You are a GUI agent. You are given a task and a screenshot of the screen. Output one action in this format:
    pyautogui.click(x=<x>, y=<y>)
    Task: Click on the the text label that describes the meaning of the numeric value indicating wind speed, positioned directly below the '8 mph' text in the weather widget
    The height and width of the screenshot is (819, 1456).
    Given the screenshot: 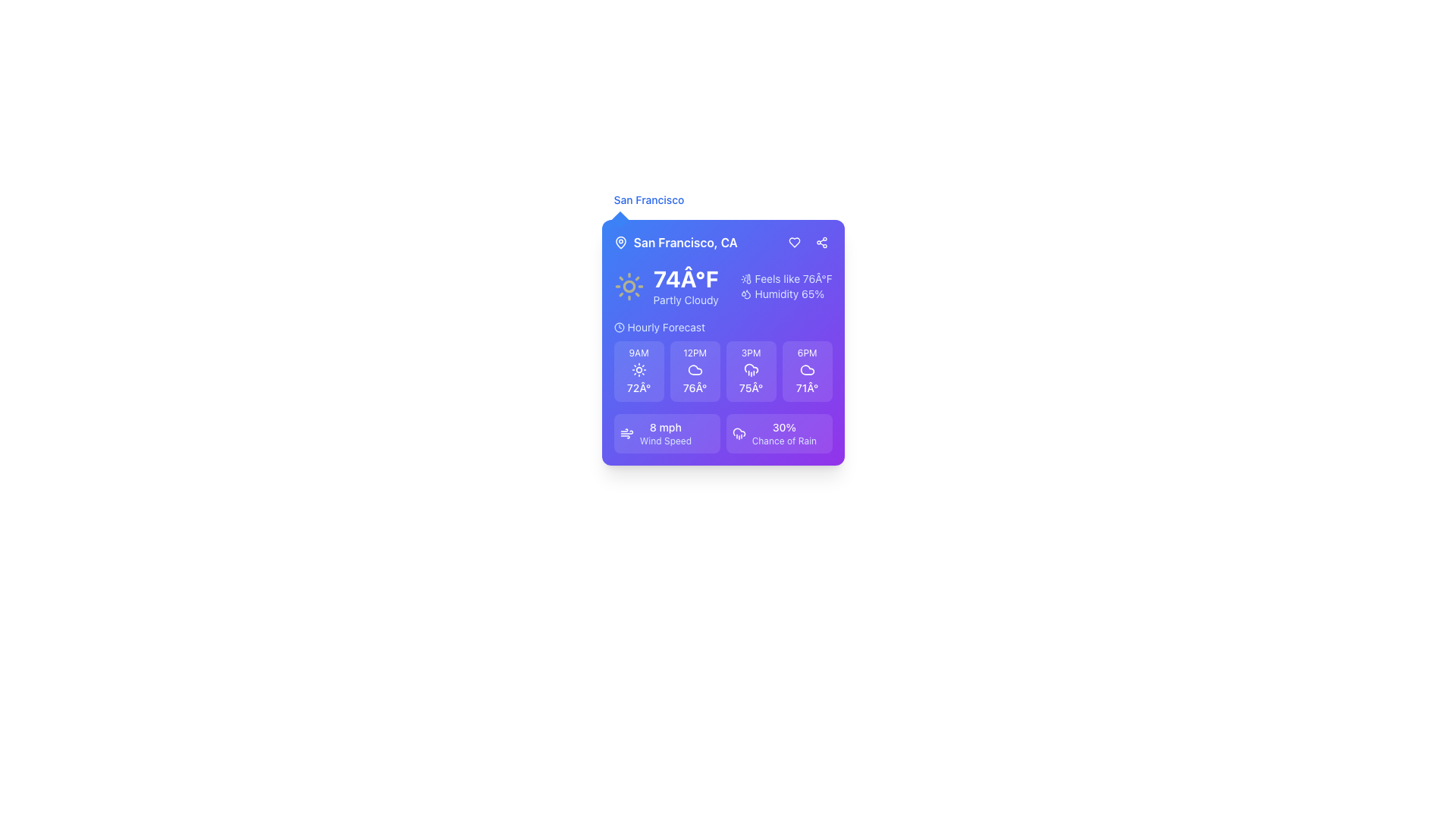 What is the action you would take?
    pyautogui.click(x=665, y=441)
    